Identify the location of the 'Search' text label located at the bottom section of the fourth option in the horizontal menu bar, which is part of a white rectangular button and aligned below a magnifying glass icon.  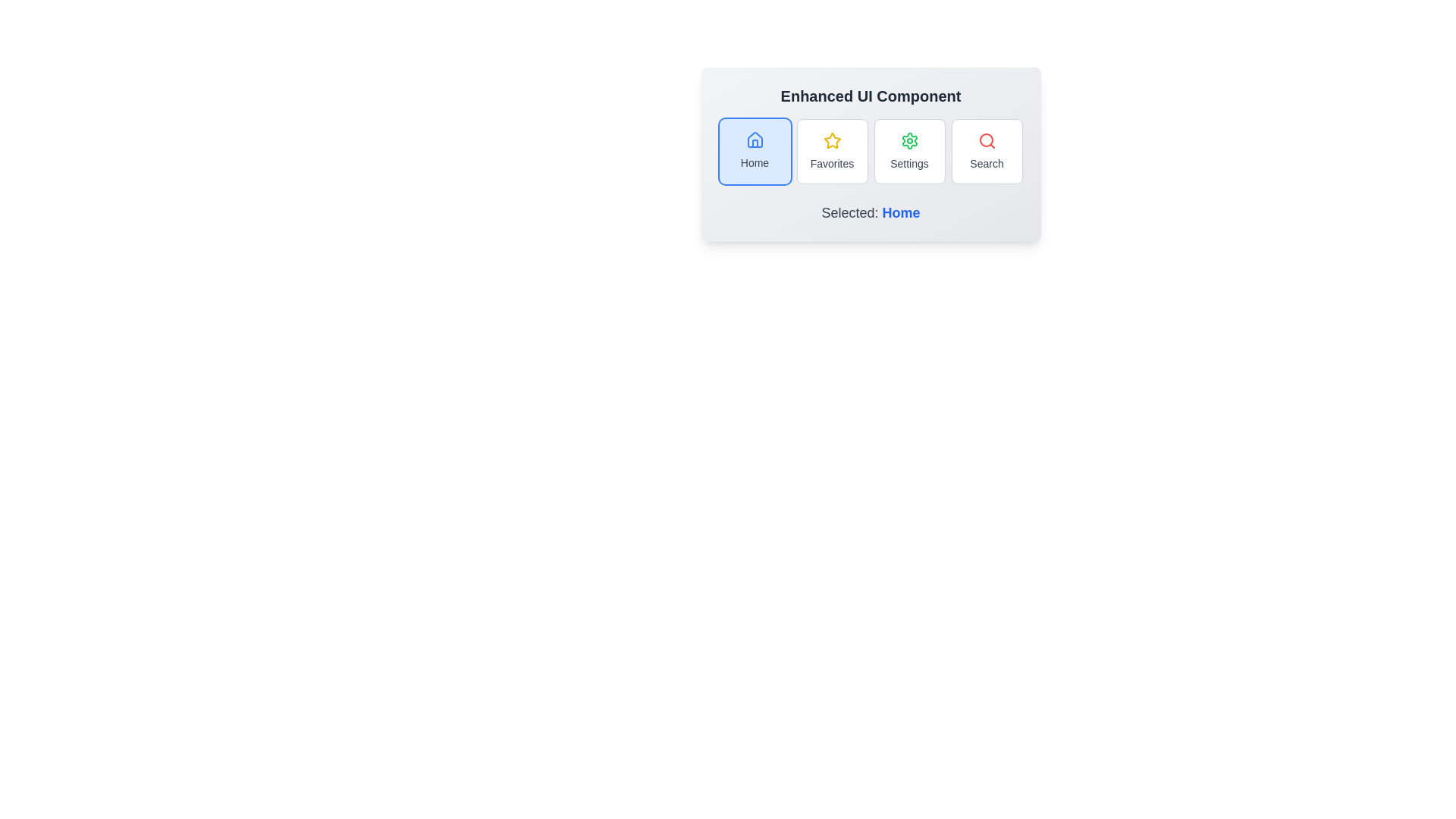
(987, 164).